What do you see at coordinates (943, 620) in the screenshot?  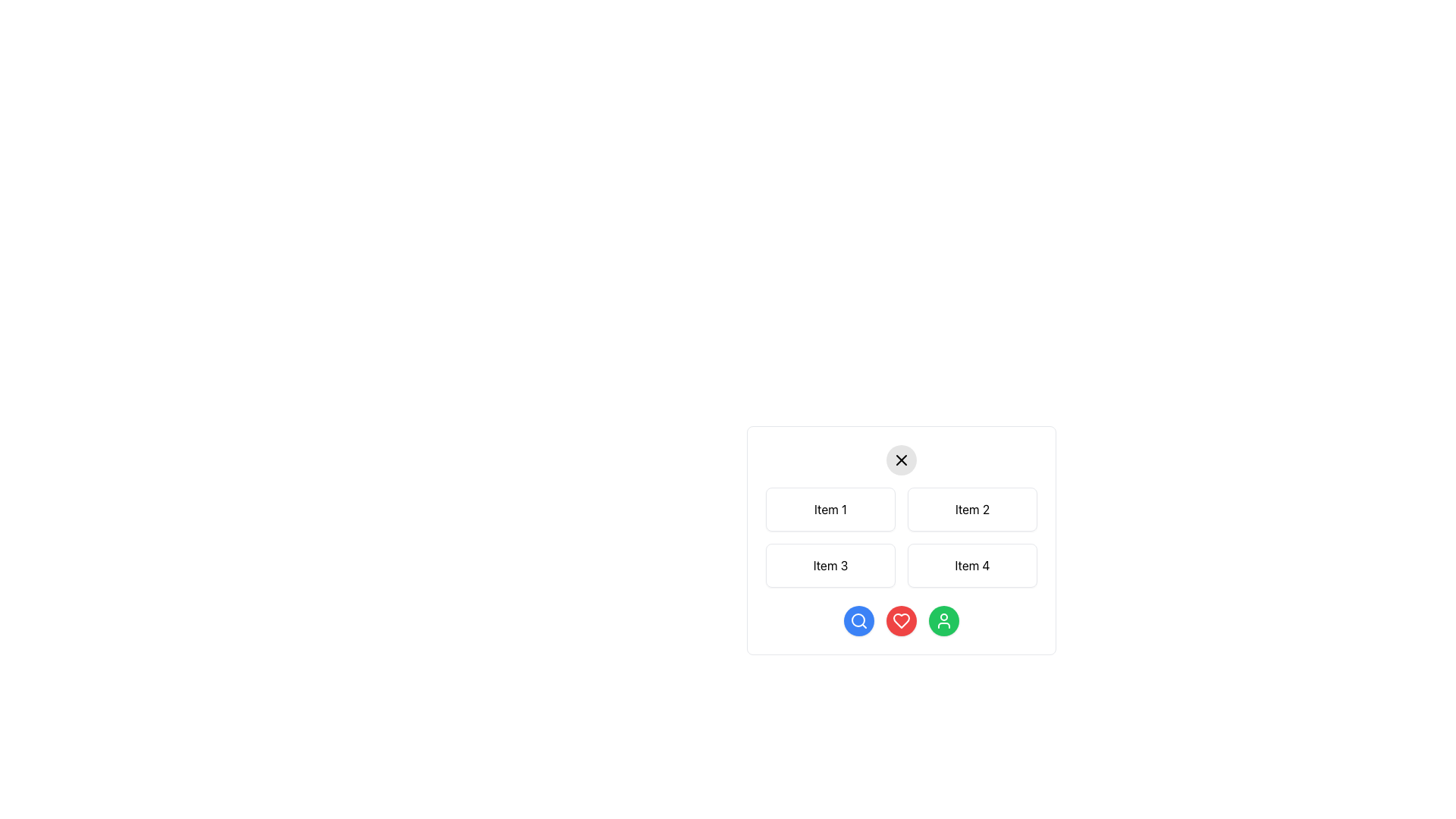 I see `the rightmost icon button in the UI card` at bounding box center [943, 620].